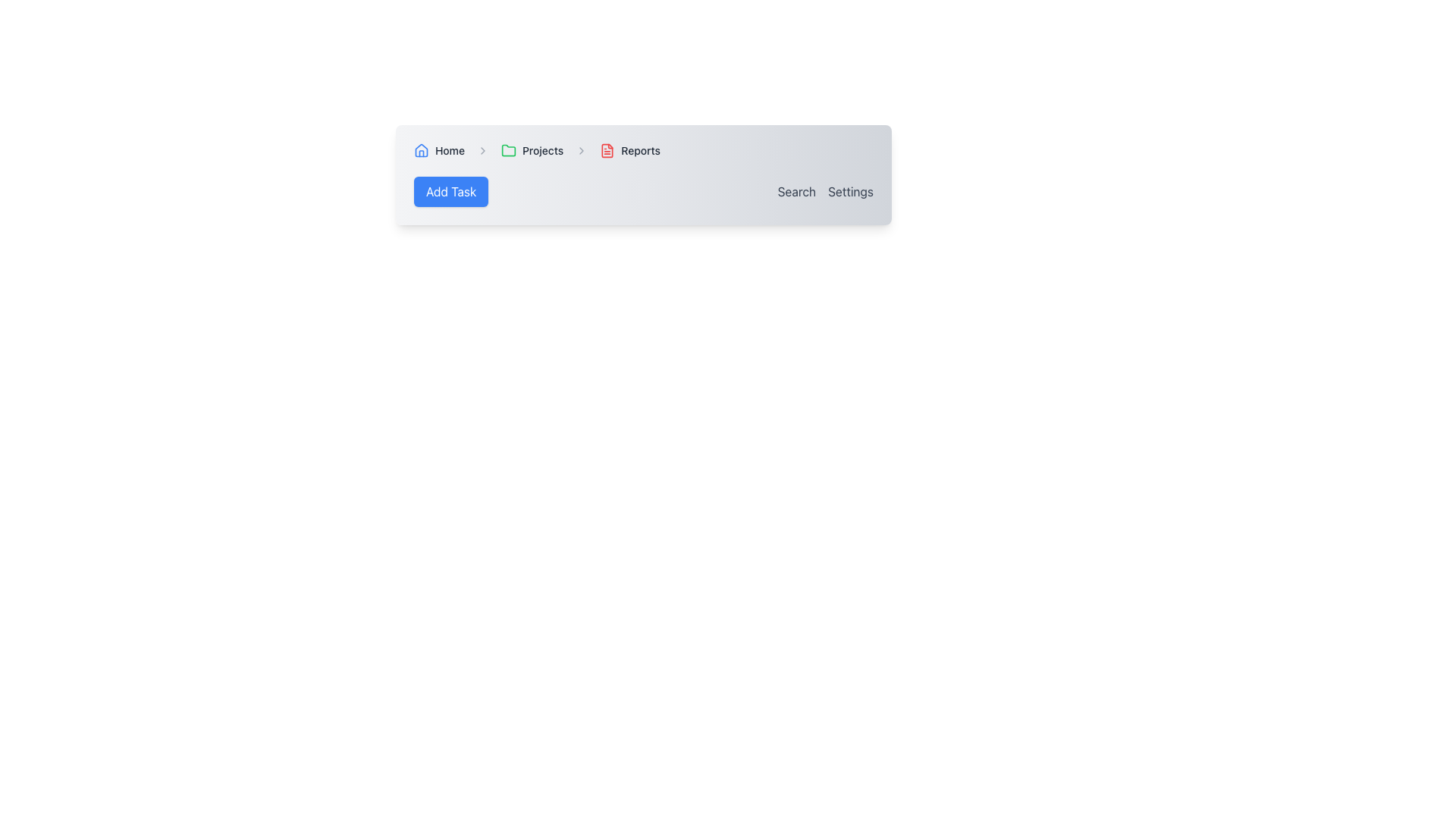 This screenshot has width=1456, height=819. I want to click on the 'Search' text link, which is styled in gray and changes shade on hover, positioned to the left of the 'Settings' text element, so click(795, 191).